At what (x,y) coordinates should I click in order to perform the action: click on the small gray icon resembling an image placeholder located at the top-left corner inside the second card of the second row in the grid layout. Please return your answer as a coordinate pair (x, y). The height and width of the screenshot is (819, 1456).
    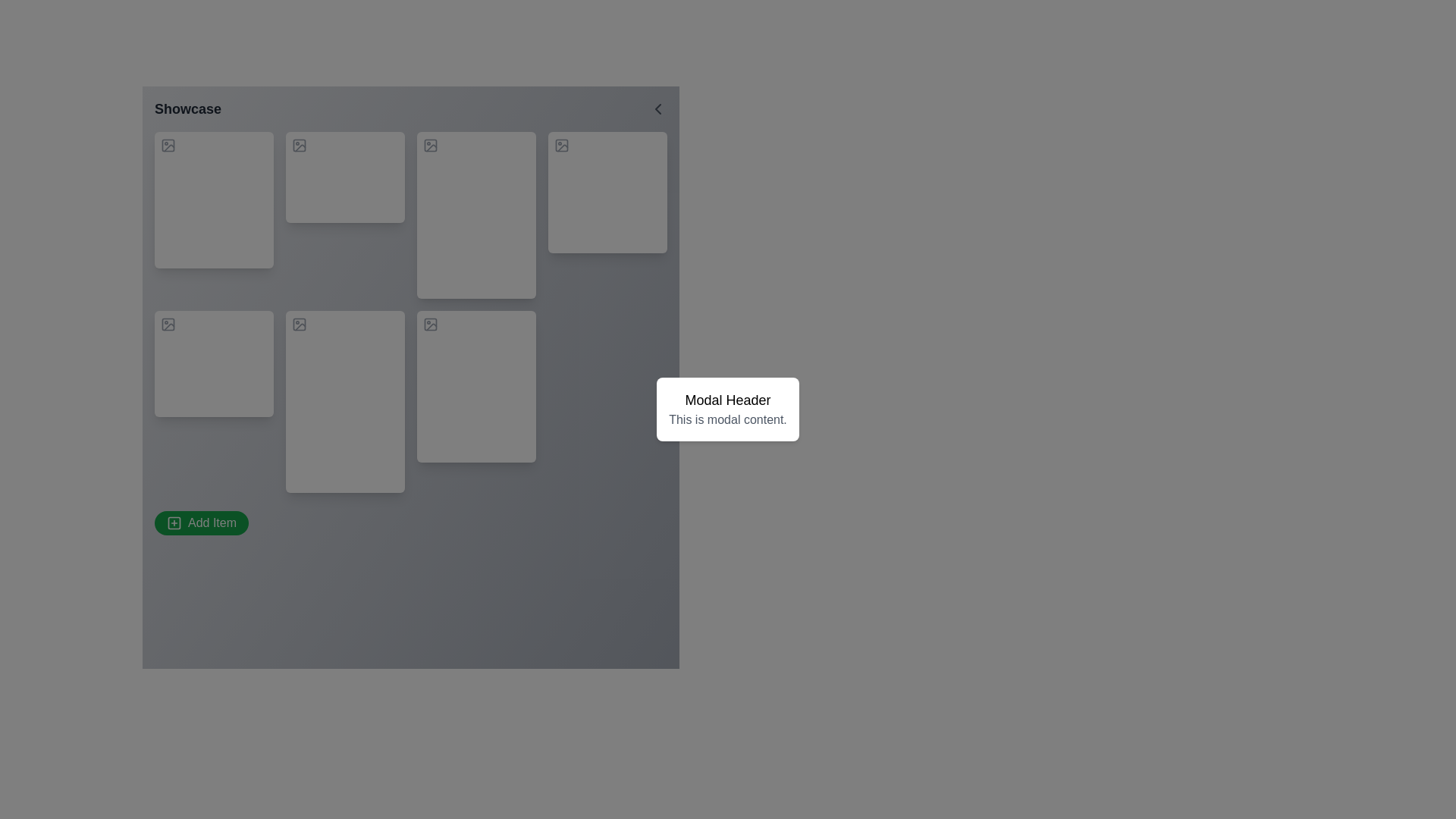
    Looking at the image, I should click on (168, 324).